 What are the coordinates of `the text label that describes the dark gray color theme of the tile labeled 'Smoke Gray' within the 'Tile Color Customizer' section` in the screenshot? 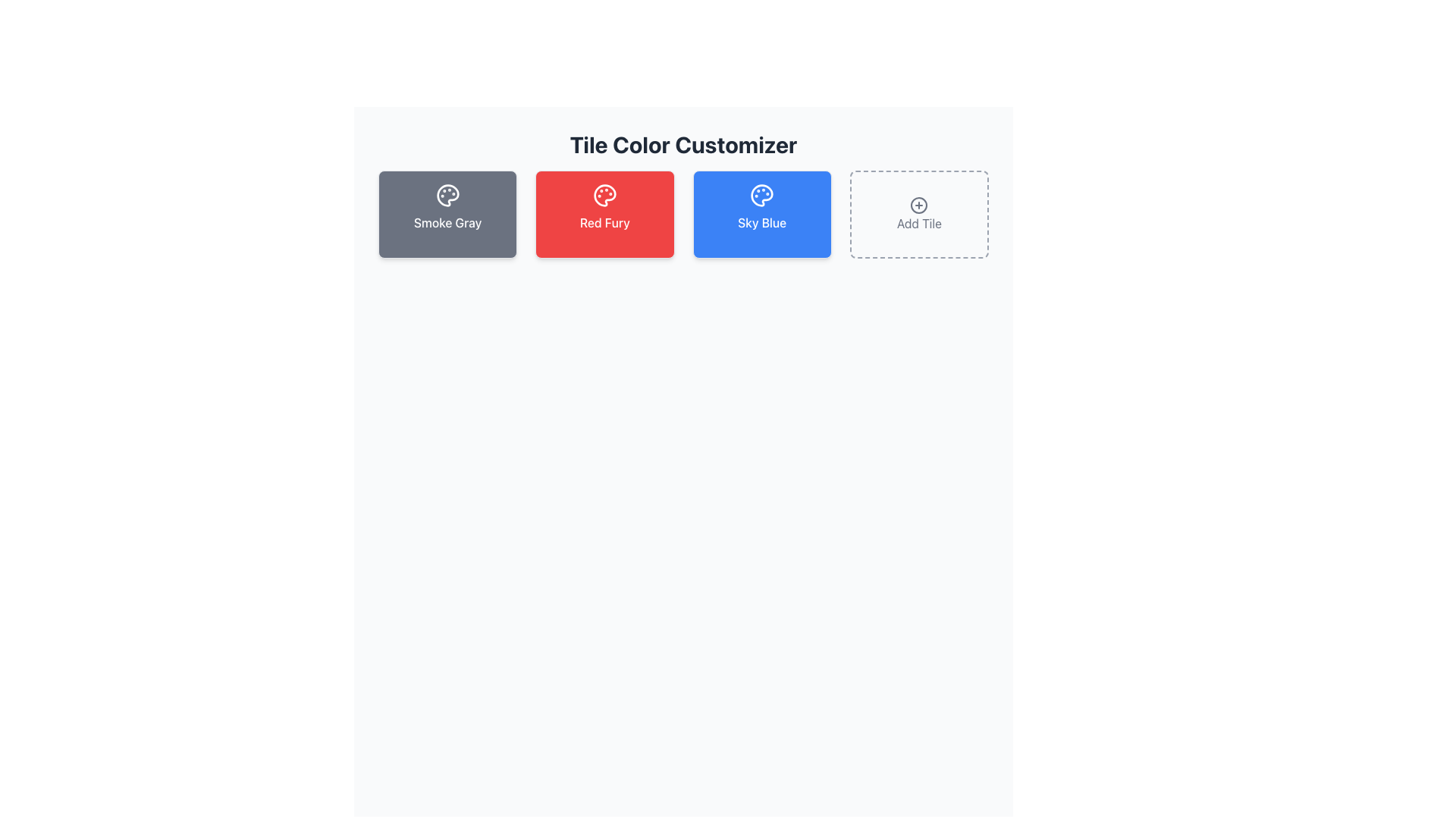 It's located at (447, 222).